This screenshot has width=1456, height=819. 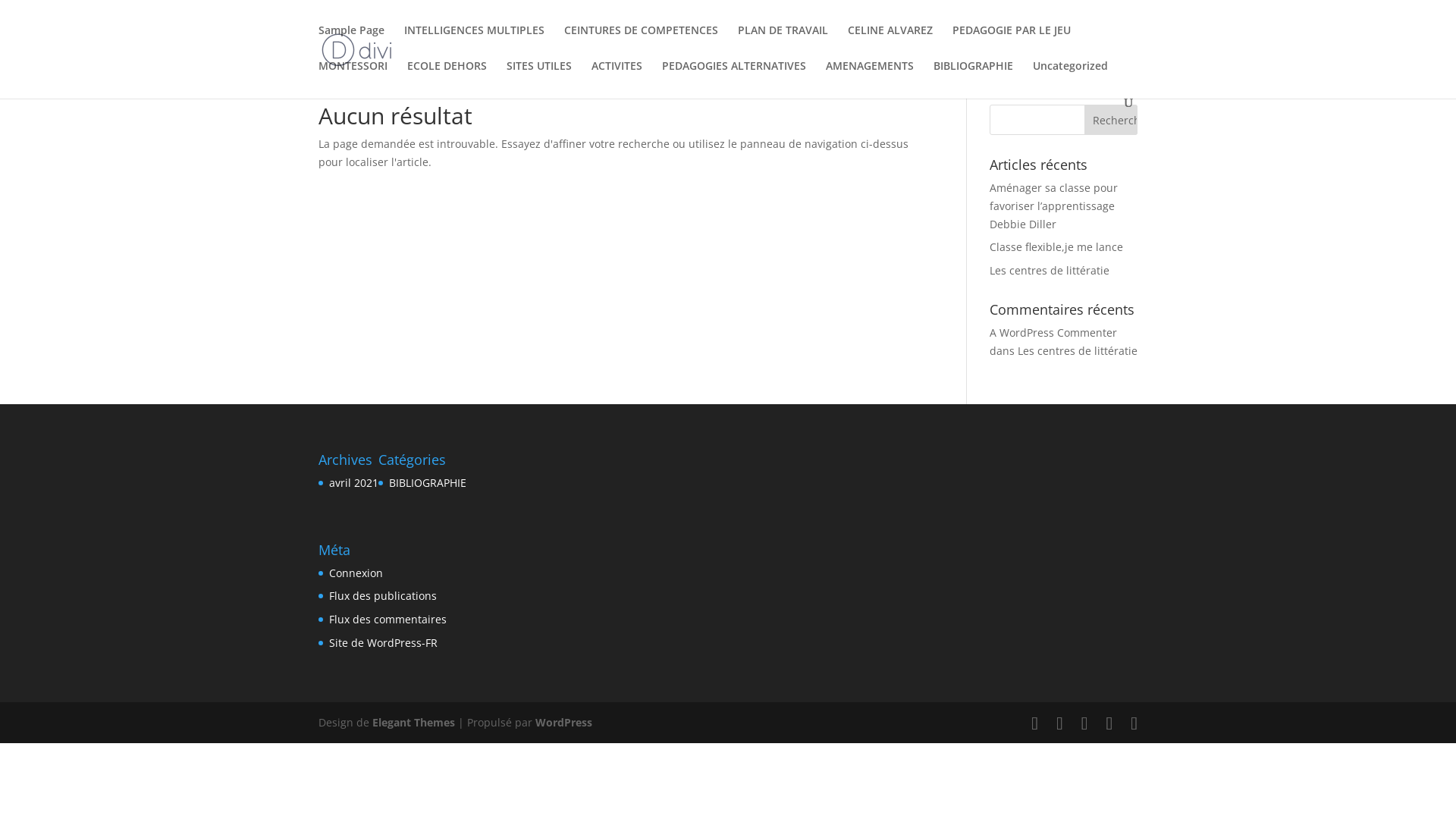 I want to click on 'WordPress', so click(x=535, y=721).